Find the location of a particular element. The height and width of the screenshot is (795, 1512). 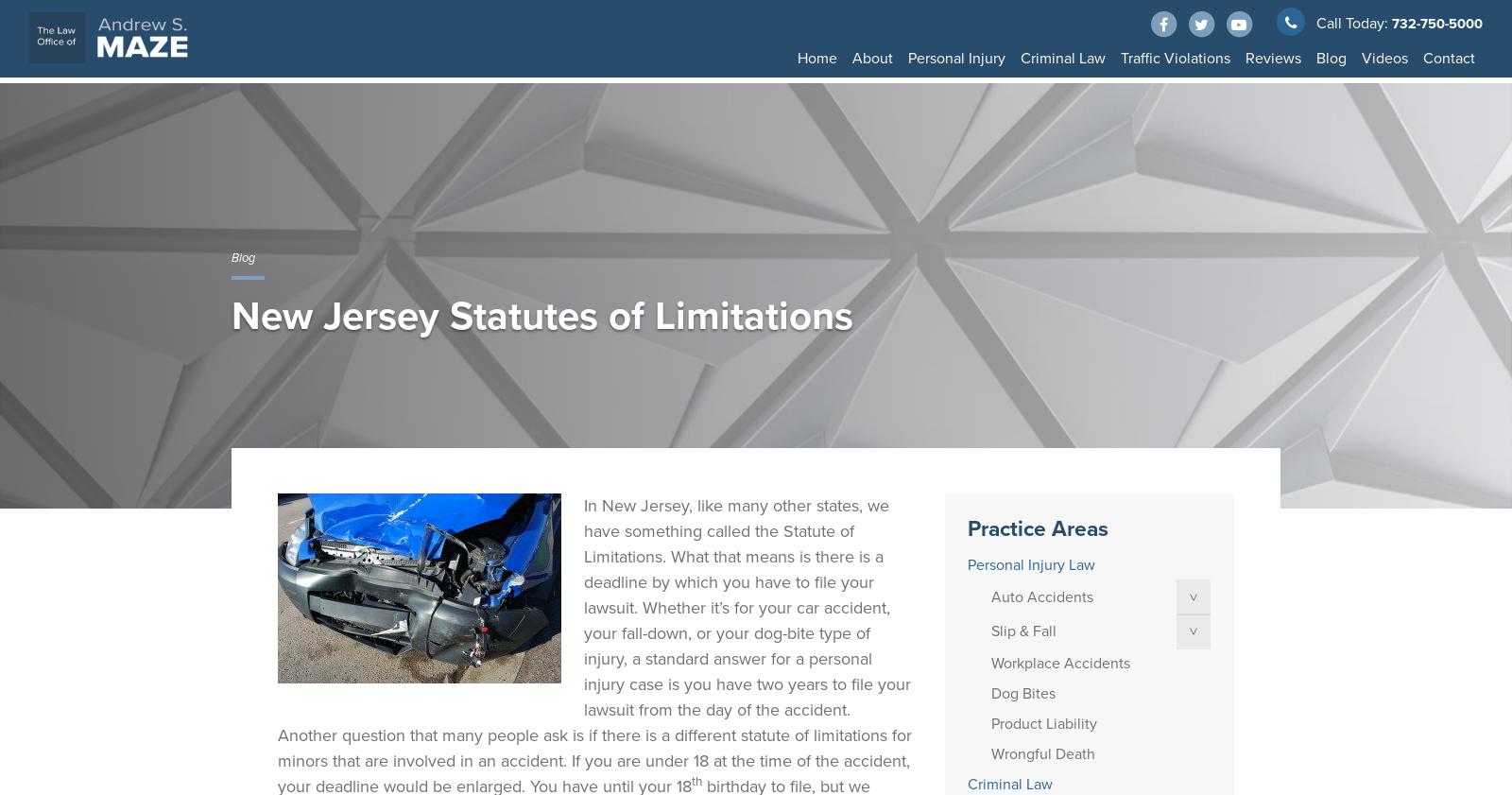

'Injured Passengers' is located at coordinates (1250, 277).